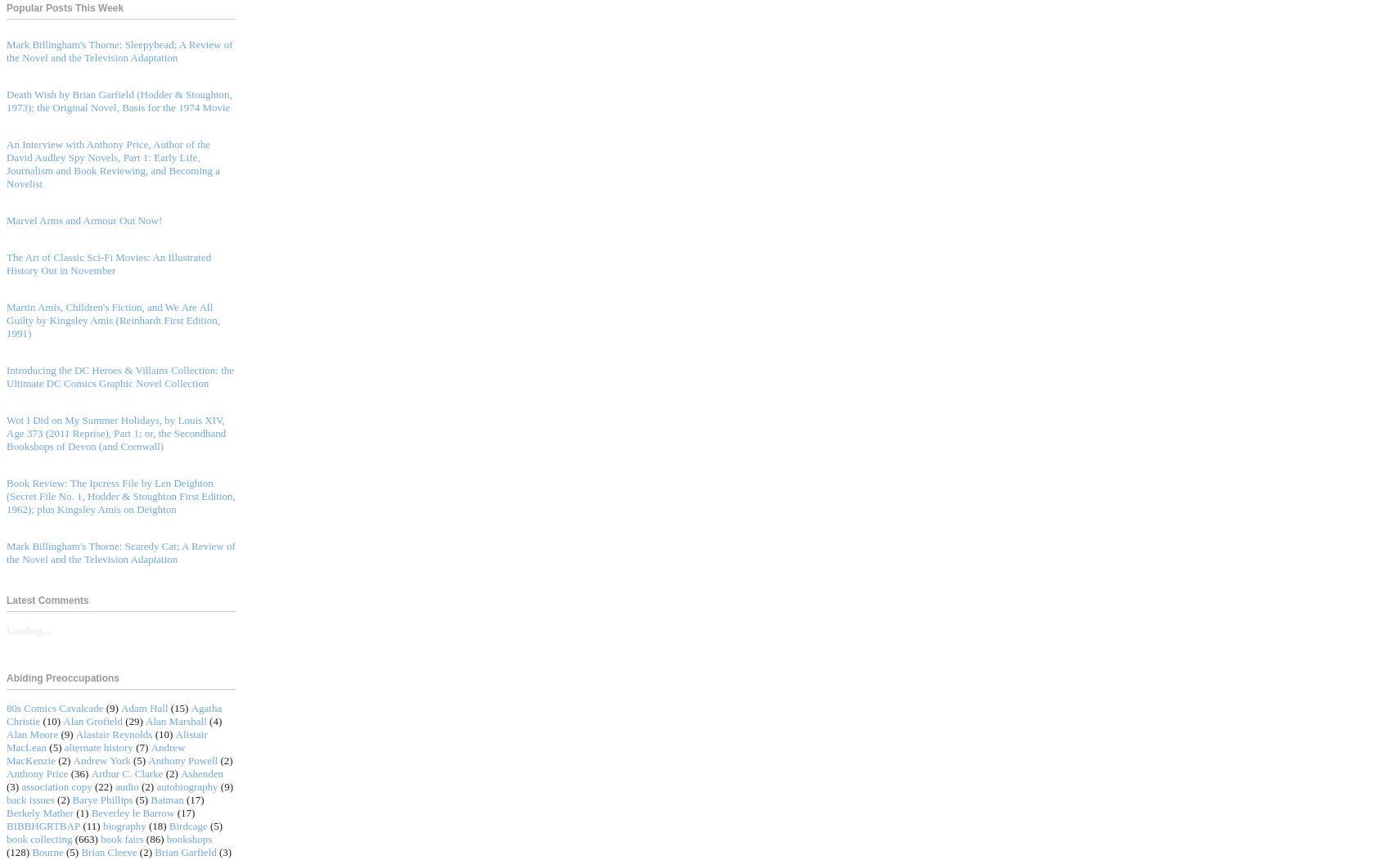  Describe the element at coordinates (133, 719) in the screenshot. I see `'(29)'` at that location.